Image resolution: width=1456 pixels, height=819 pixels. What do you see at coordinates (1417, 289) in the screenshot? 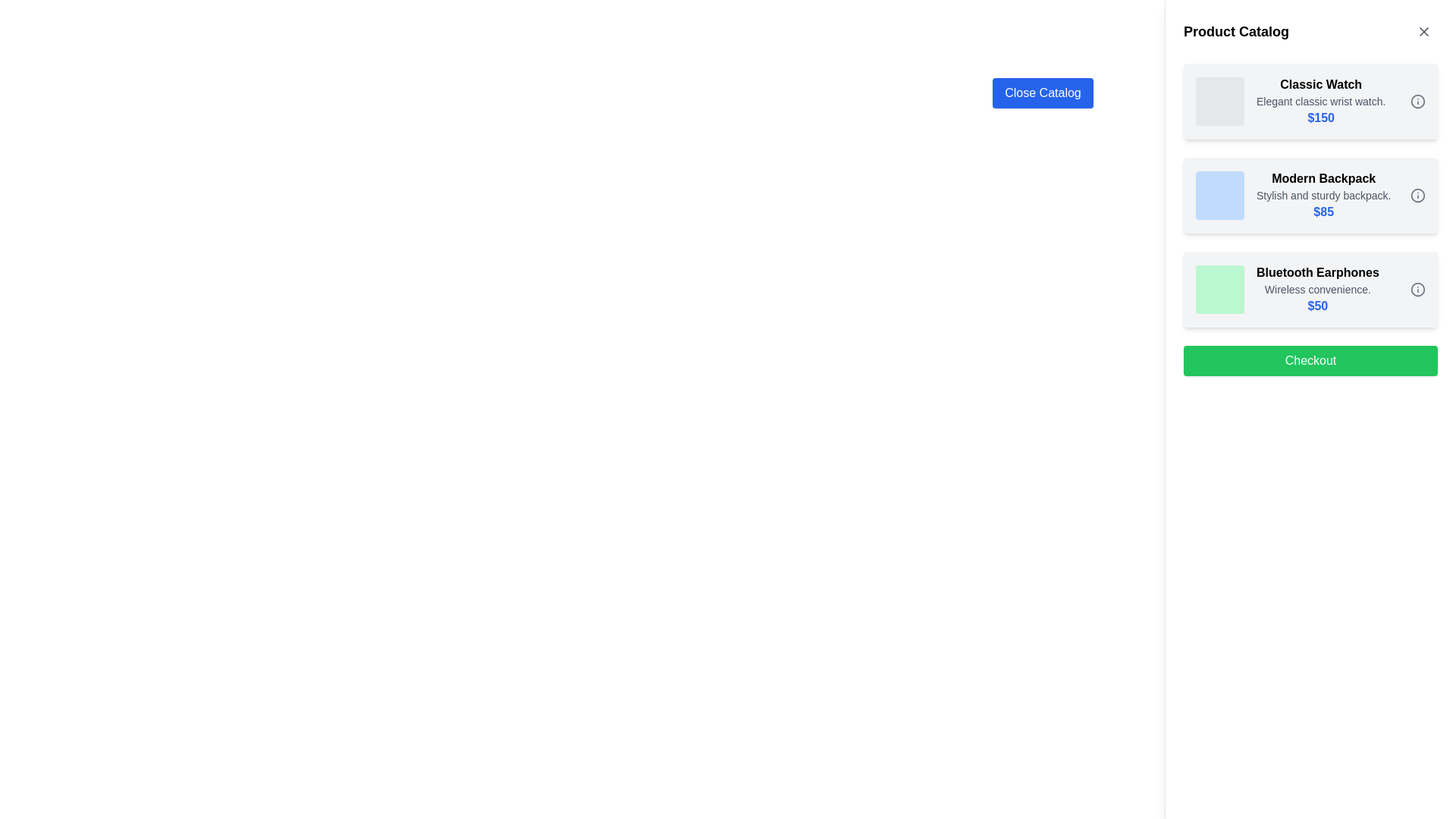
I see `the information icon located in the top-right corner of the 'Bluetooth Earphones' card` at bounding box center [1417, 289].